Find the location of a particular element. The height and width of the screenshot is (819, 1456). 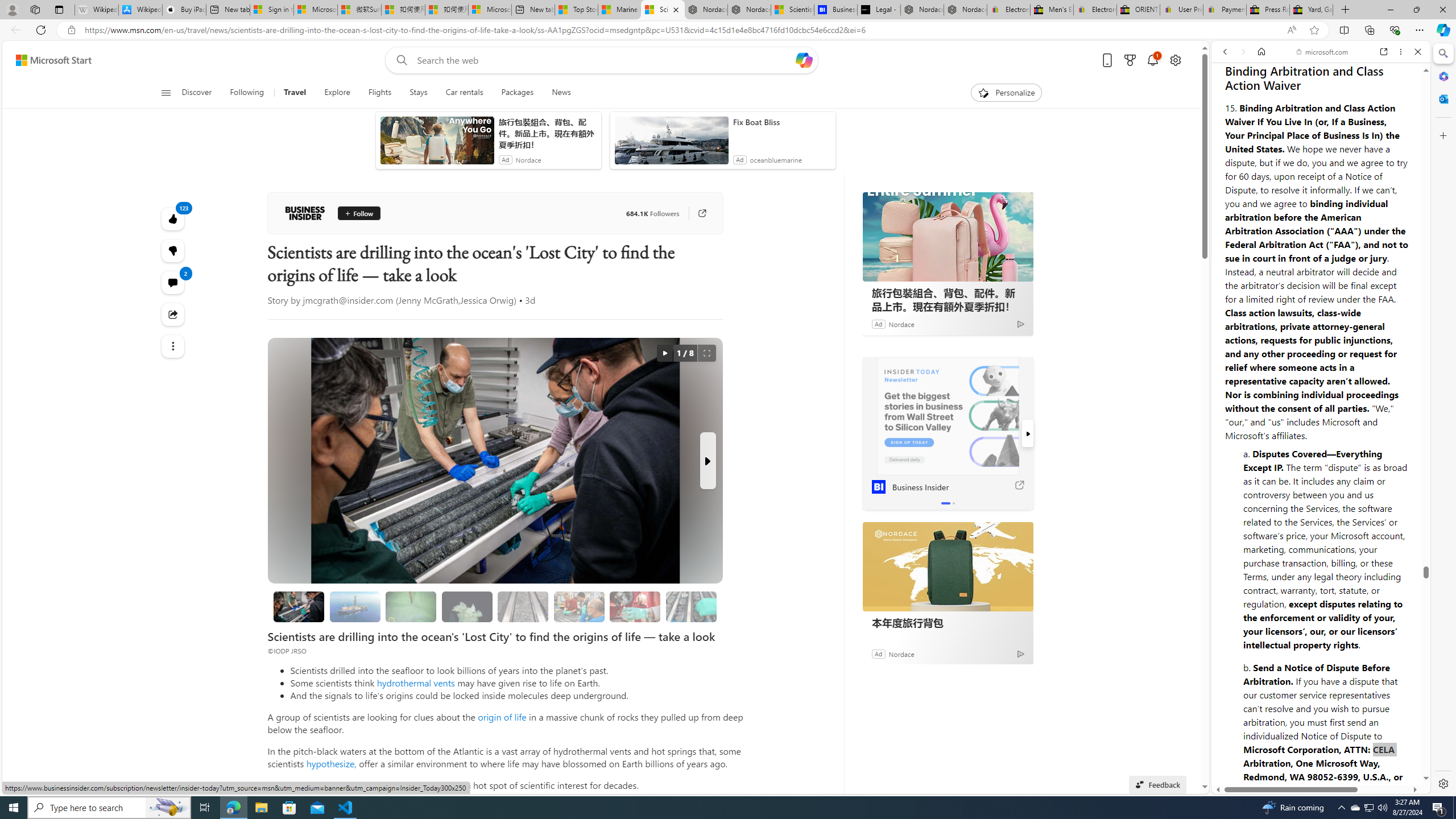

'Stays' is located at coordinates (418, 92).